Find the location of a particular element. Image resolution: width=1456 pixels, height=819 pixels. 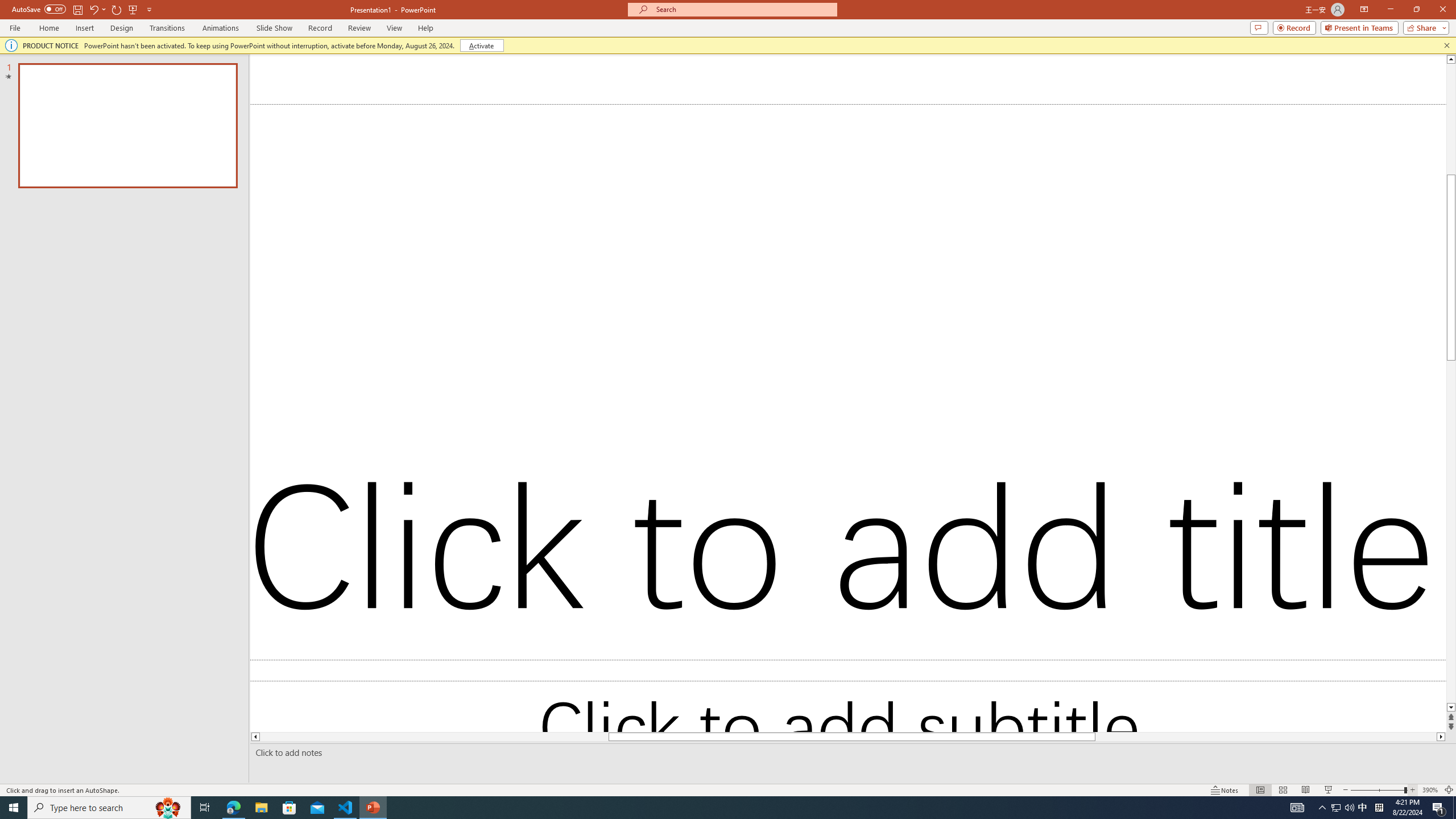

'Transitions' is located at coordinates (167, 28).